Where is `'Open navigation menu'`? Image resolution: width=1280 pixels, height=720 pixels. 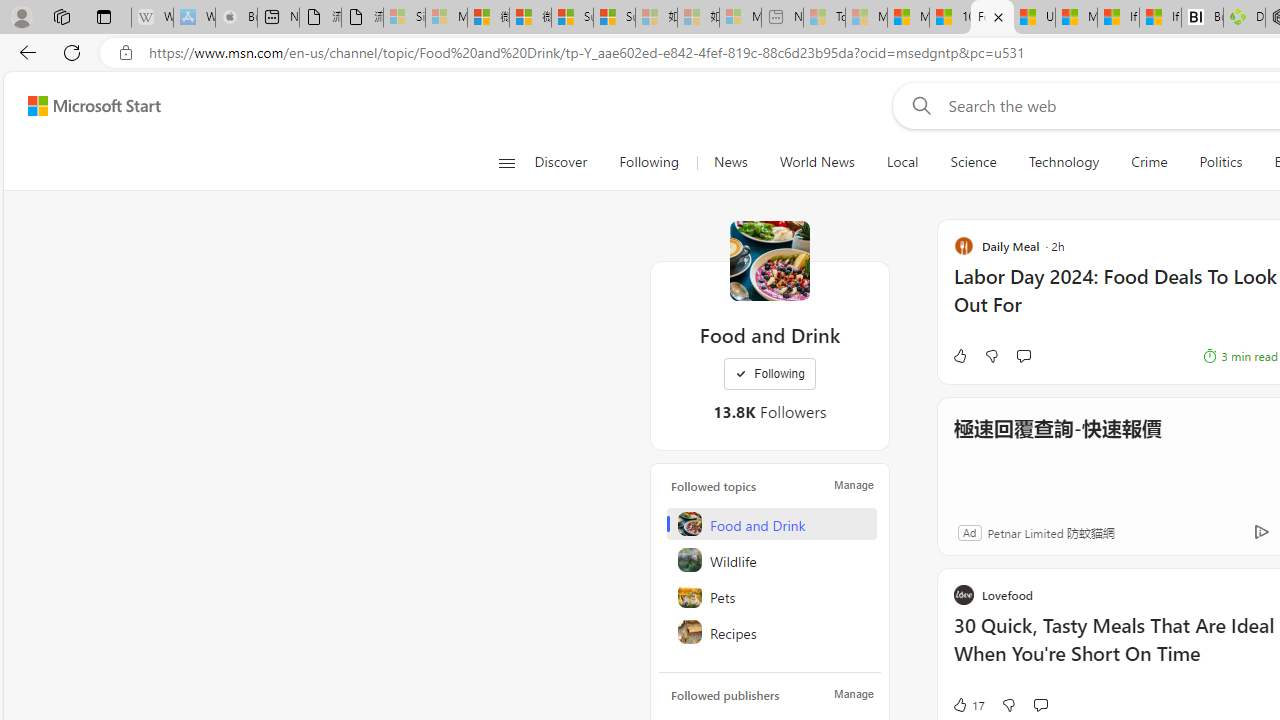
'Open navigation menu' is located at coordinates (506, 162).